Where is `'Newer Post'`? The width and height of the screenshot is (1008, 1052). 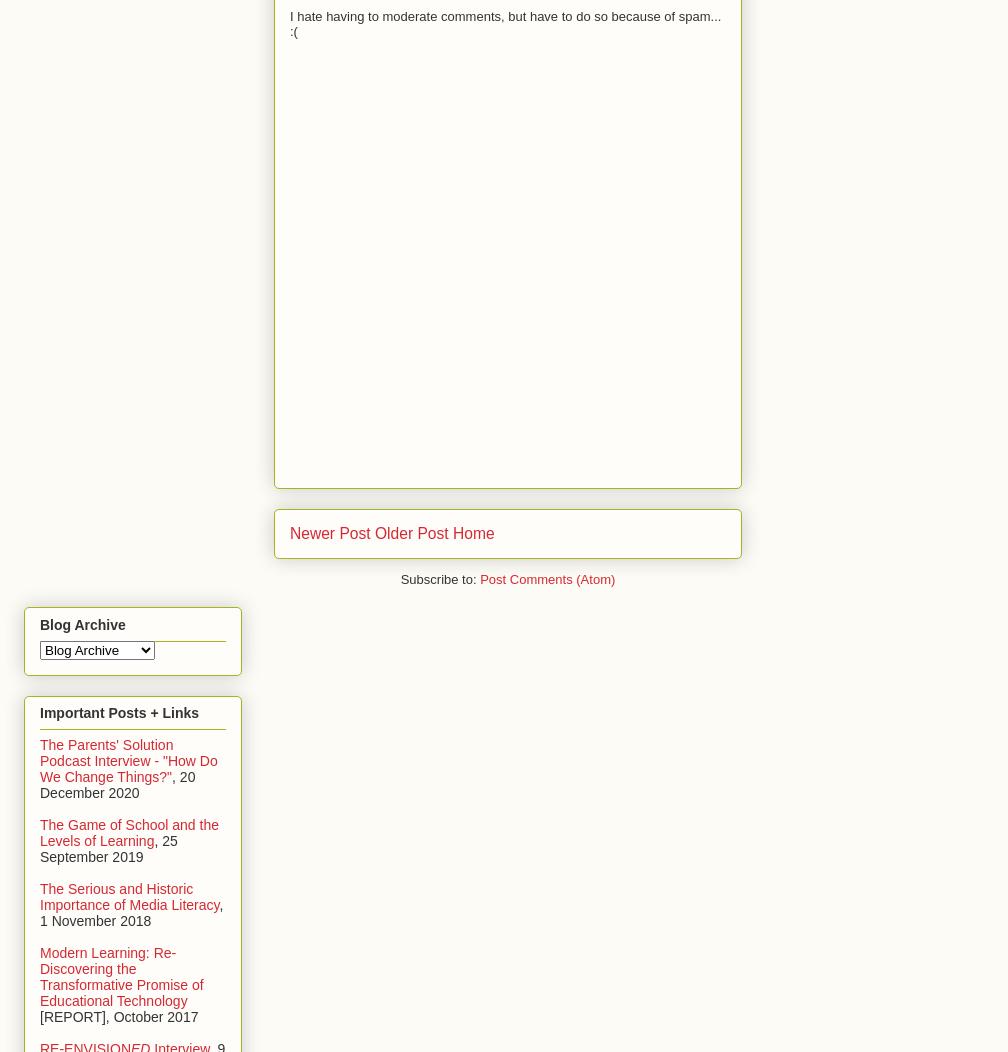 'Newer Post' is located at coordinates (330, 533).